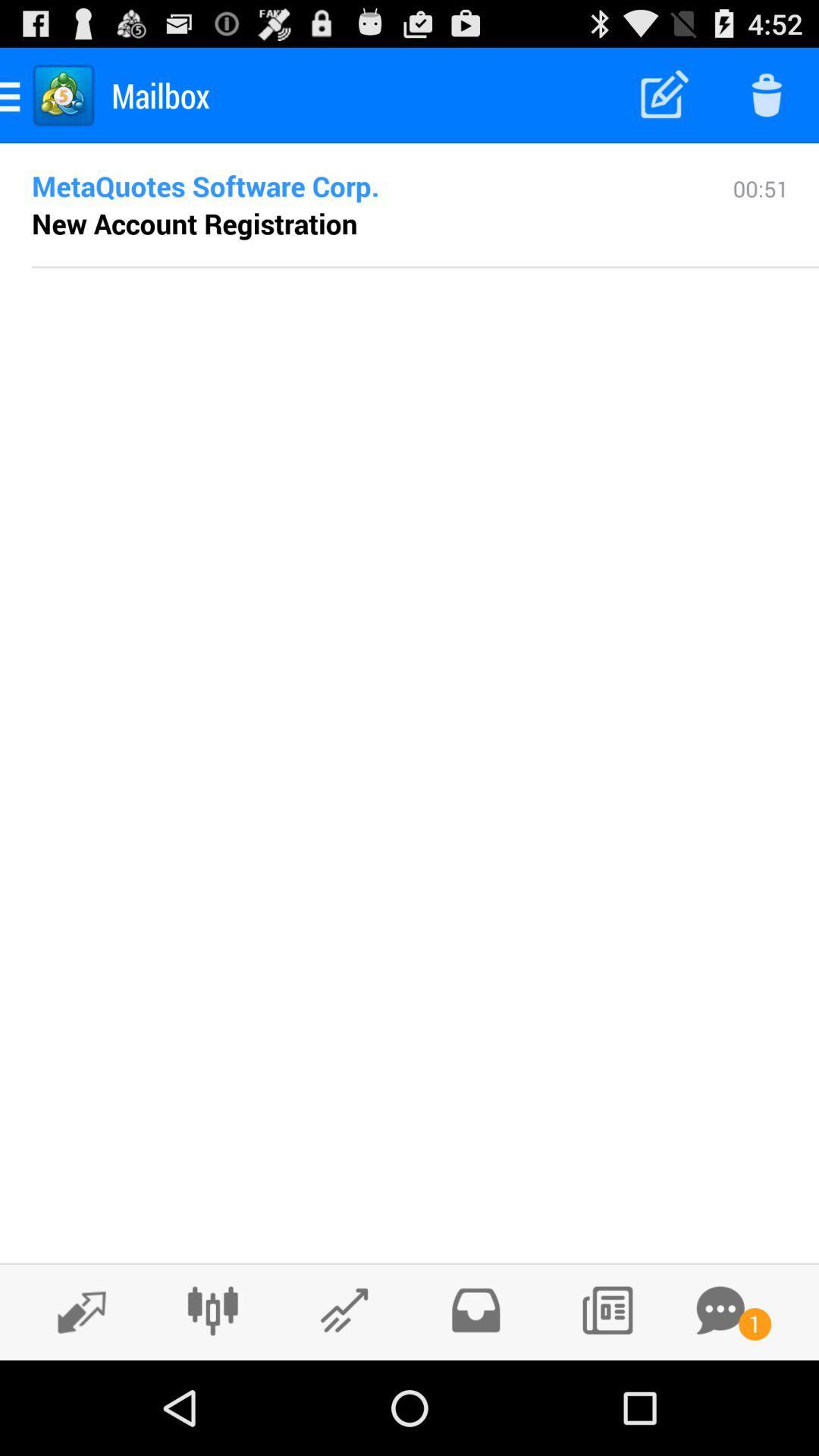 Image resolution: width=819 pixels, height=1456 pixels. Describe the element at coordinates (193, 222) in the screenshot. I see `the new account registration icon` at that location.